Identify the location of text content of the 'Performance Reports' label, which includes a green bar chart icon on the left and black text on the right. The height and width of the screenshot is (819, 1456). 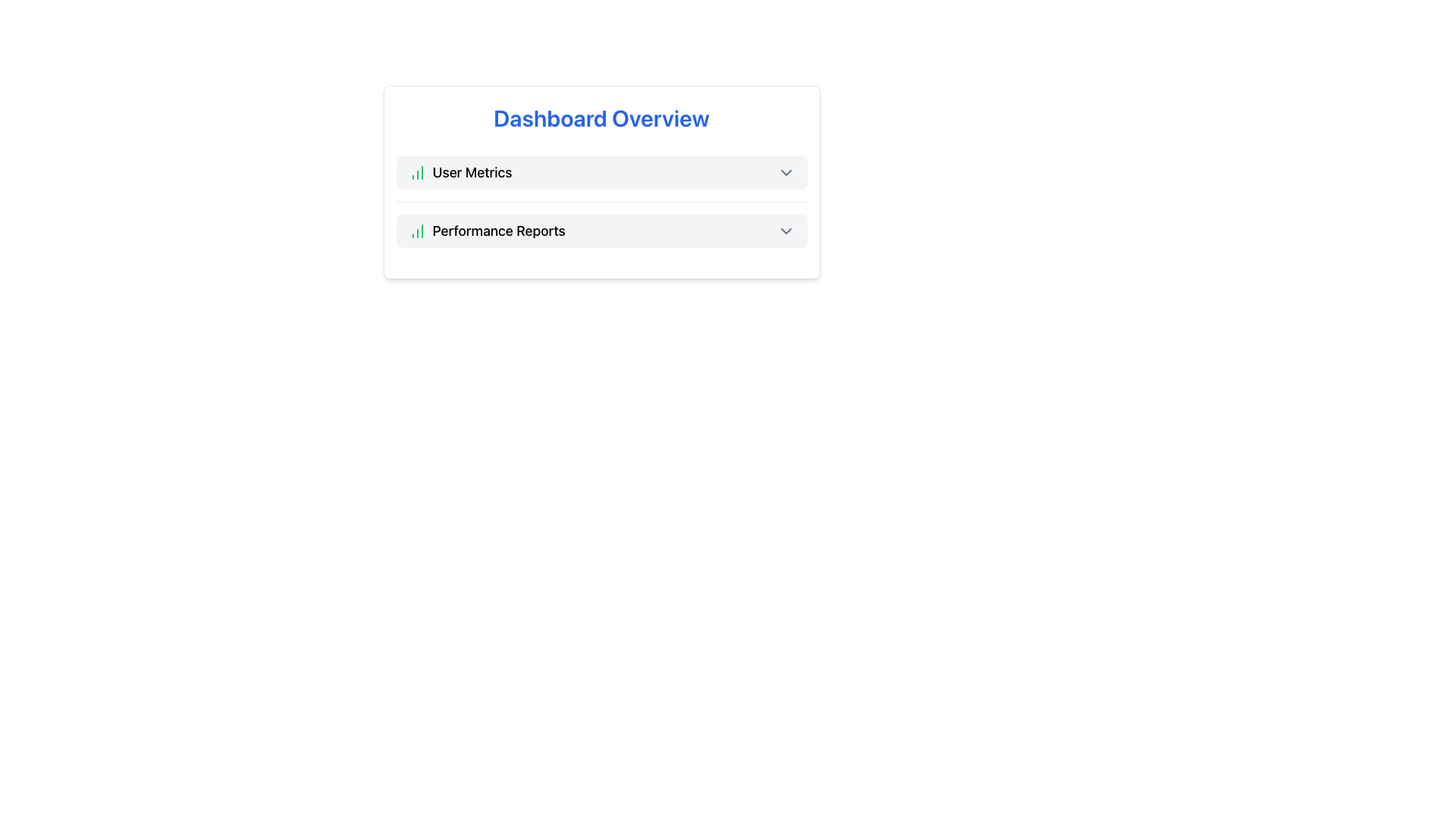
(487, 231).